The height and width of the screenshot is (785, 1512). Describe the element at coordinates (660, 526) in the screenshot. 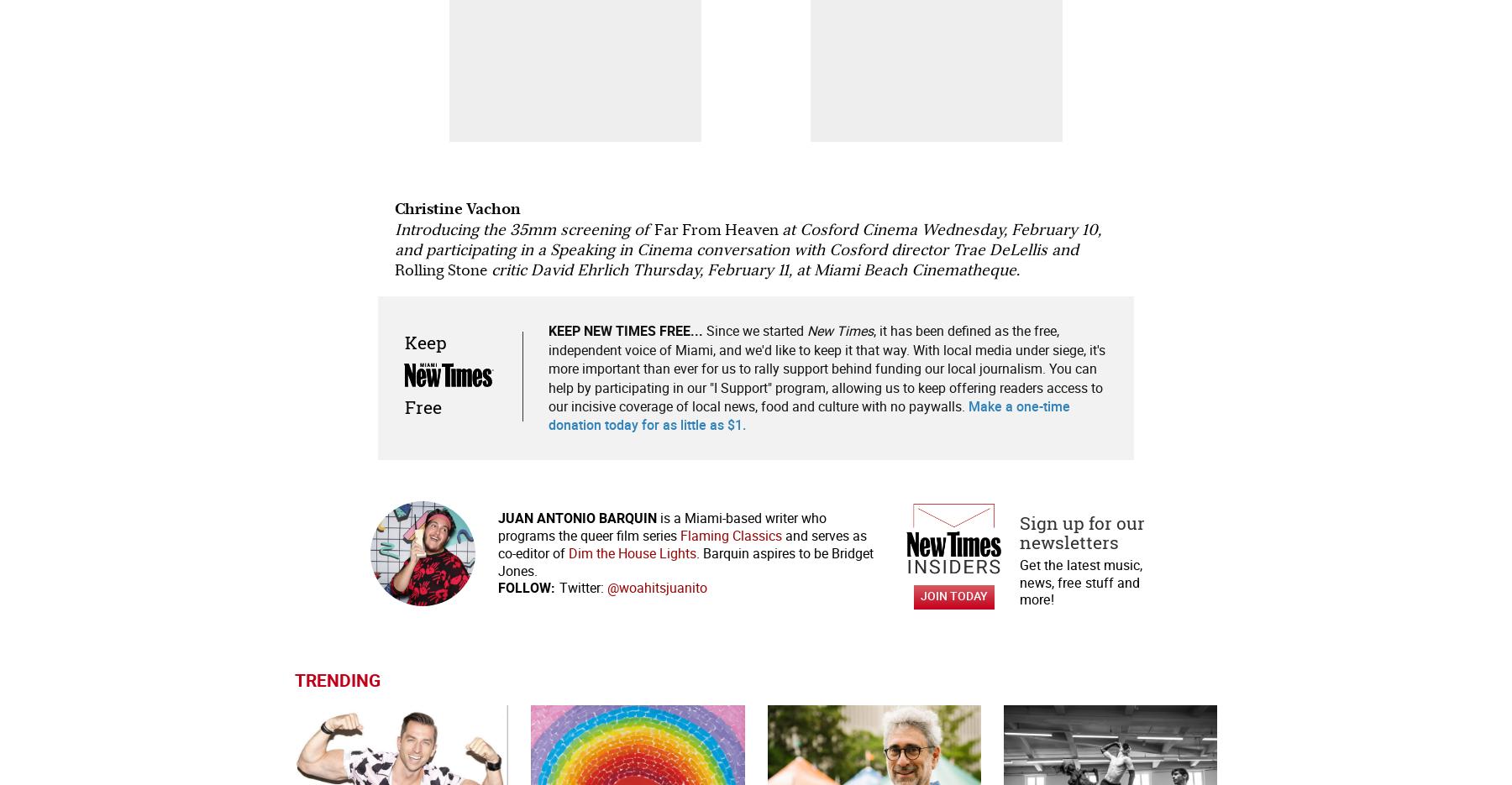

I see `'is a Miami-based writer who programs the queer film series'` at that location.